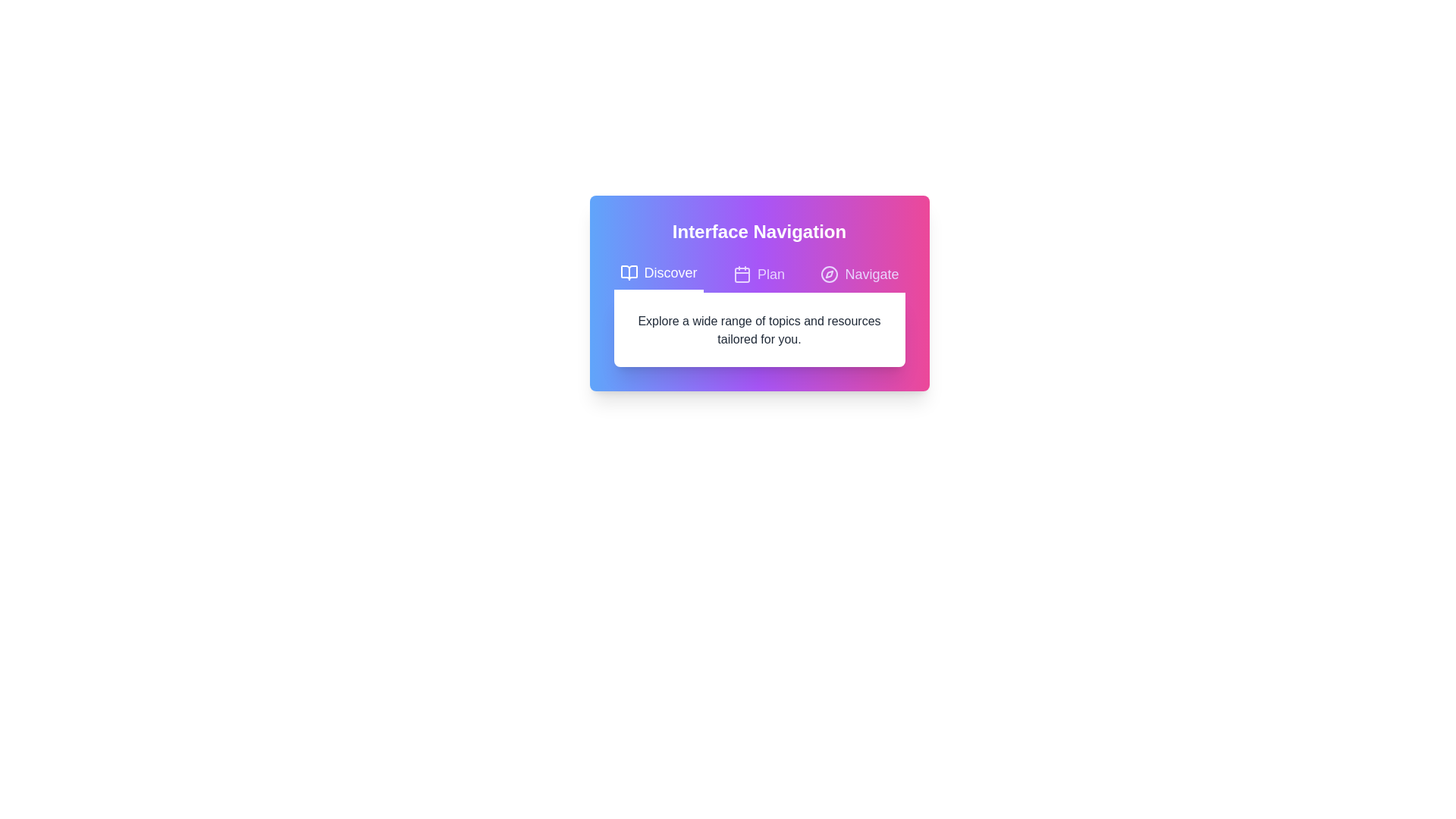 Image resolution: width=1456 pixels, height=819 pixels. I want to click on the decorative component of the calendar icon located at the second button labeled 'Plan' in the interface navigation, so click(742, 275).